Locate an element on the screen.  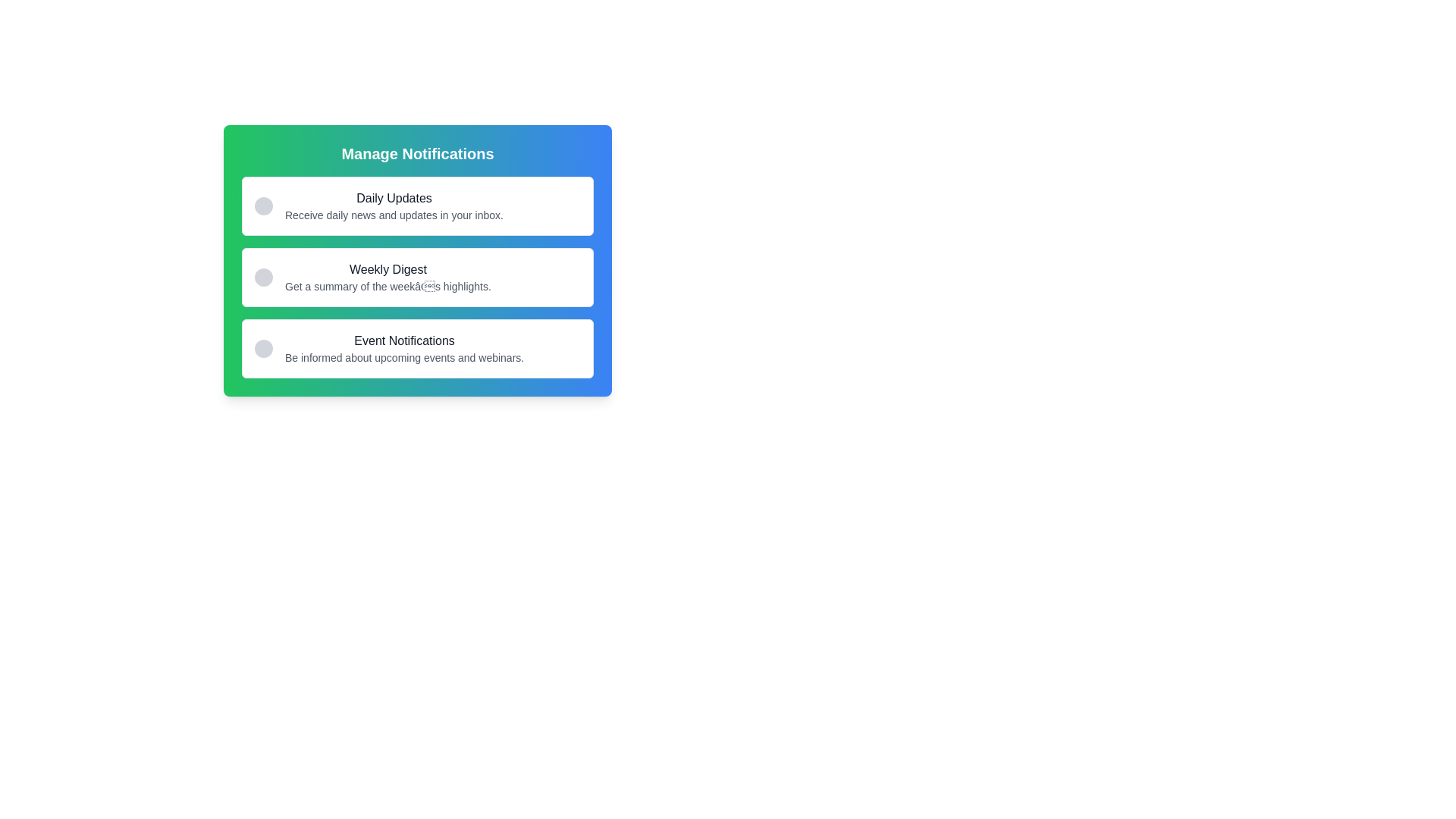
the small circular visual placeholder or unselected selection indicator located next to the 'Weekly Digest' title is located at coordinates (263, 278).